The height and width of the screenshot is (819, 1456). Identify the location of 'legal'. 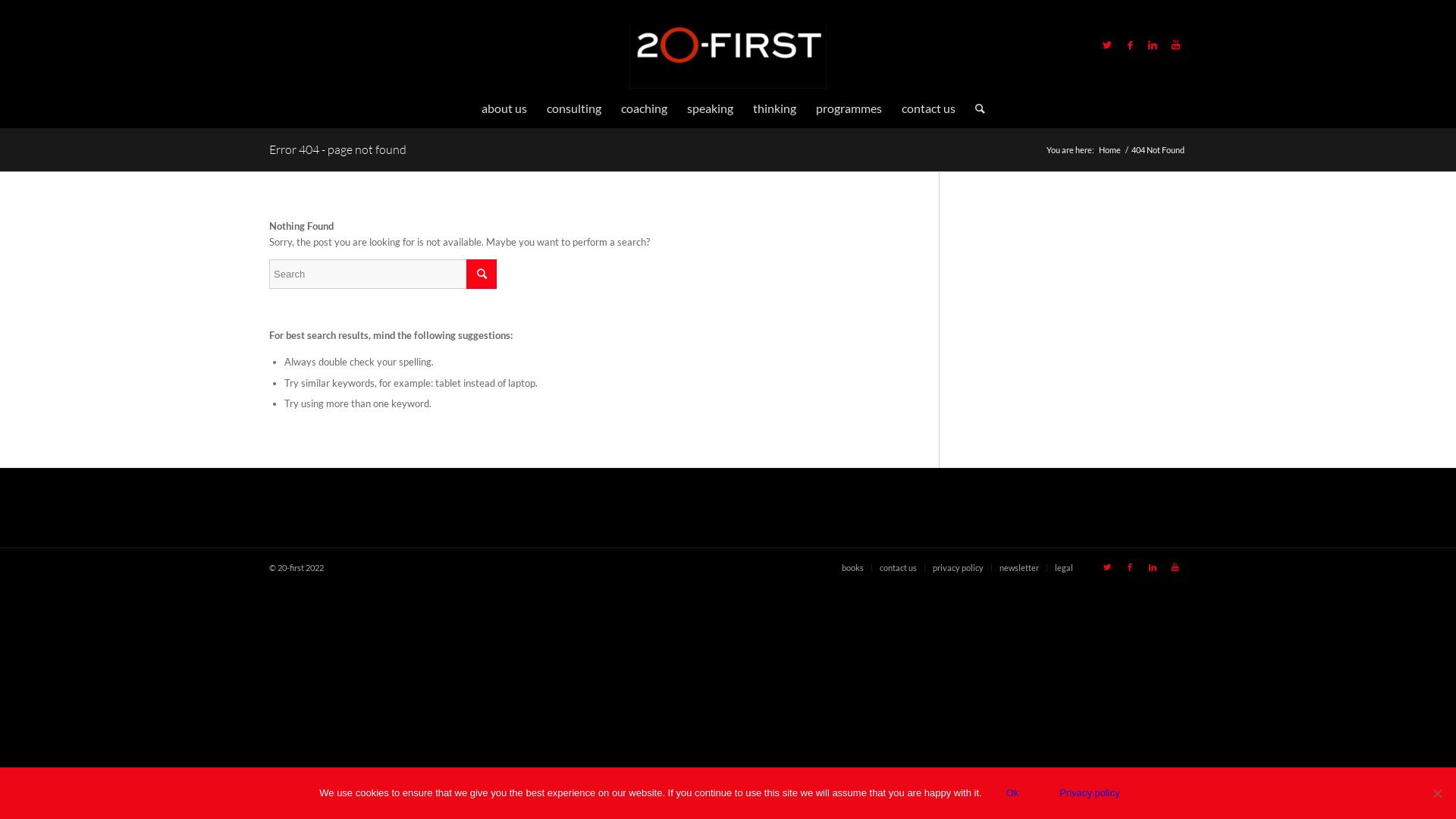
(1054, 567).